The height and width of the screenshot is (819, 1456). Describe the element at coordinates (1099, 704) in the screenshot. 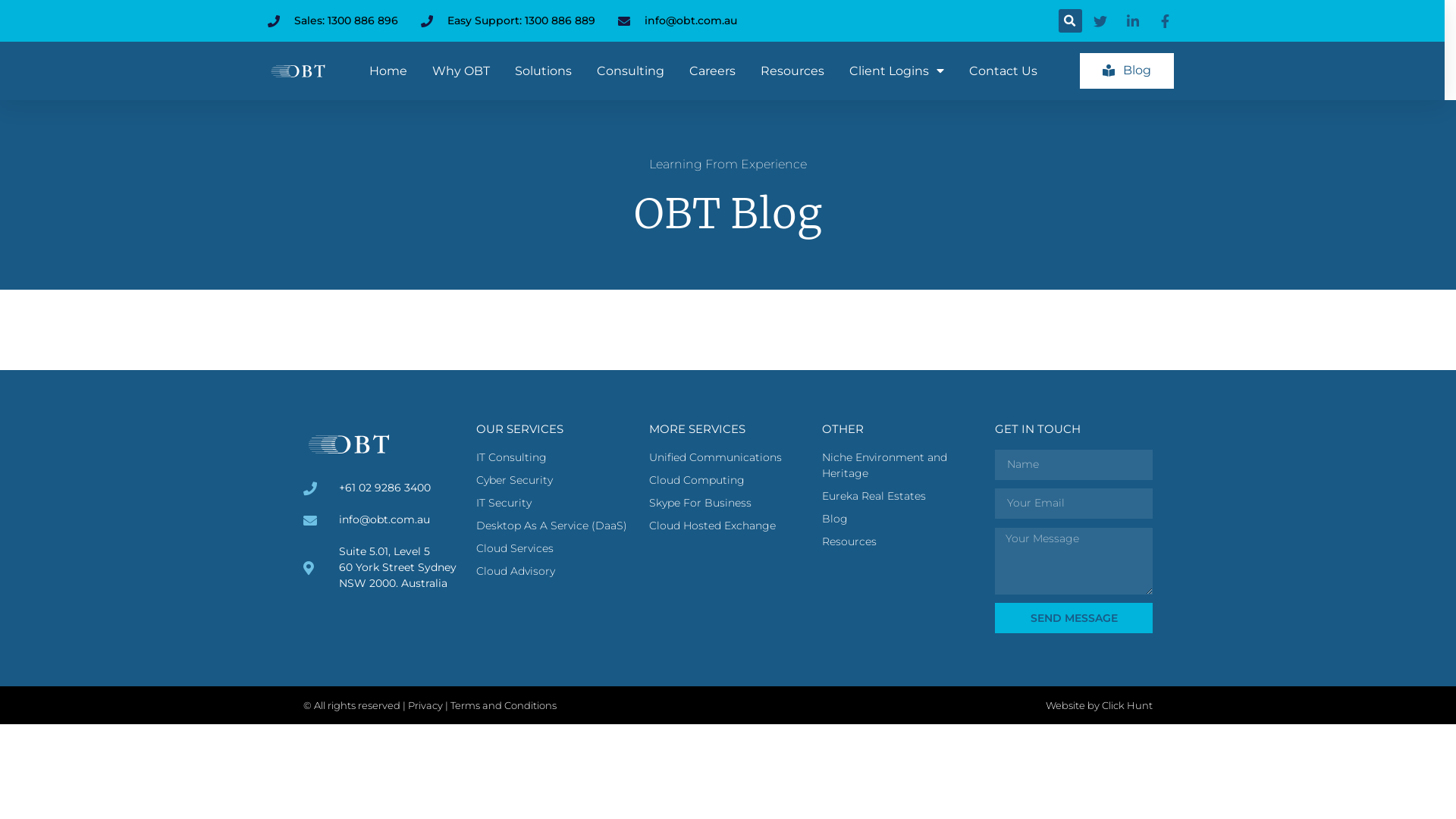

I see `'Website by Click Hunt'` at that location.